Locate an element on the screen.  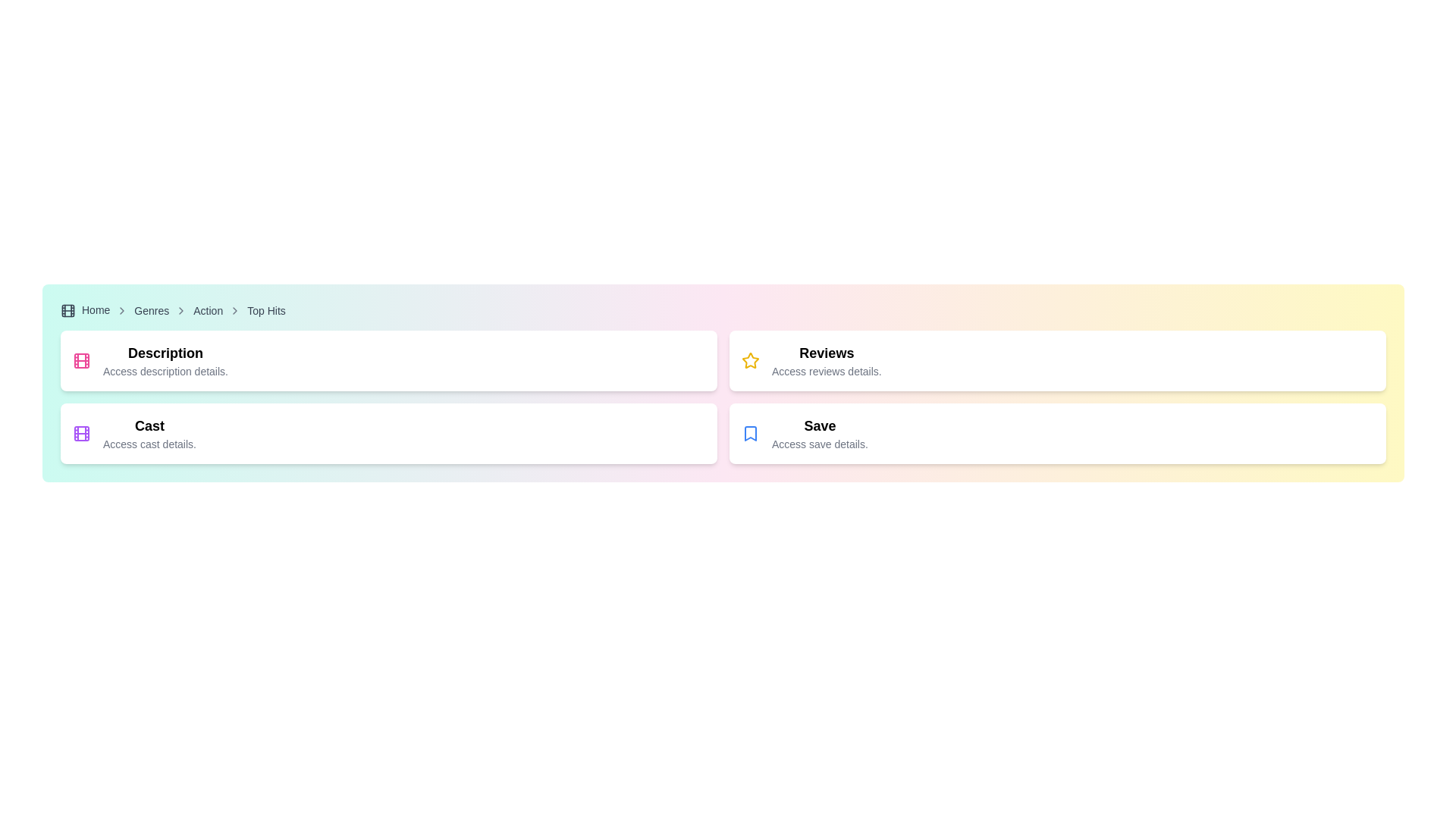
the decorative and directional icon that separates breadcrumb navigation items, located between the 'Home' and 'Genres' links is located at coordinates (122, 309).